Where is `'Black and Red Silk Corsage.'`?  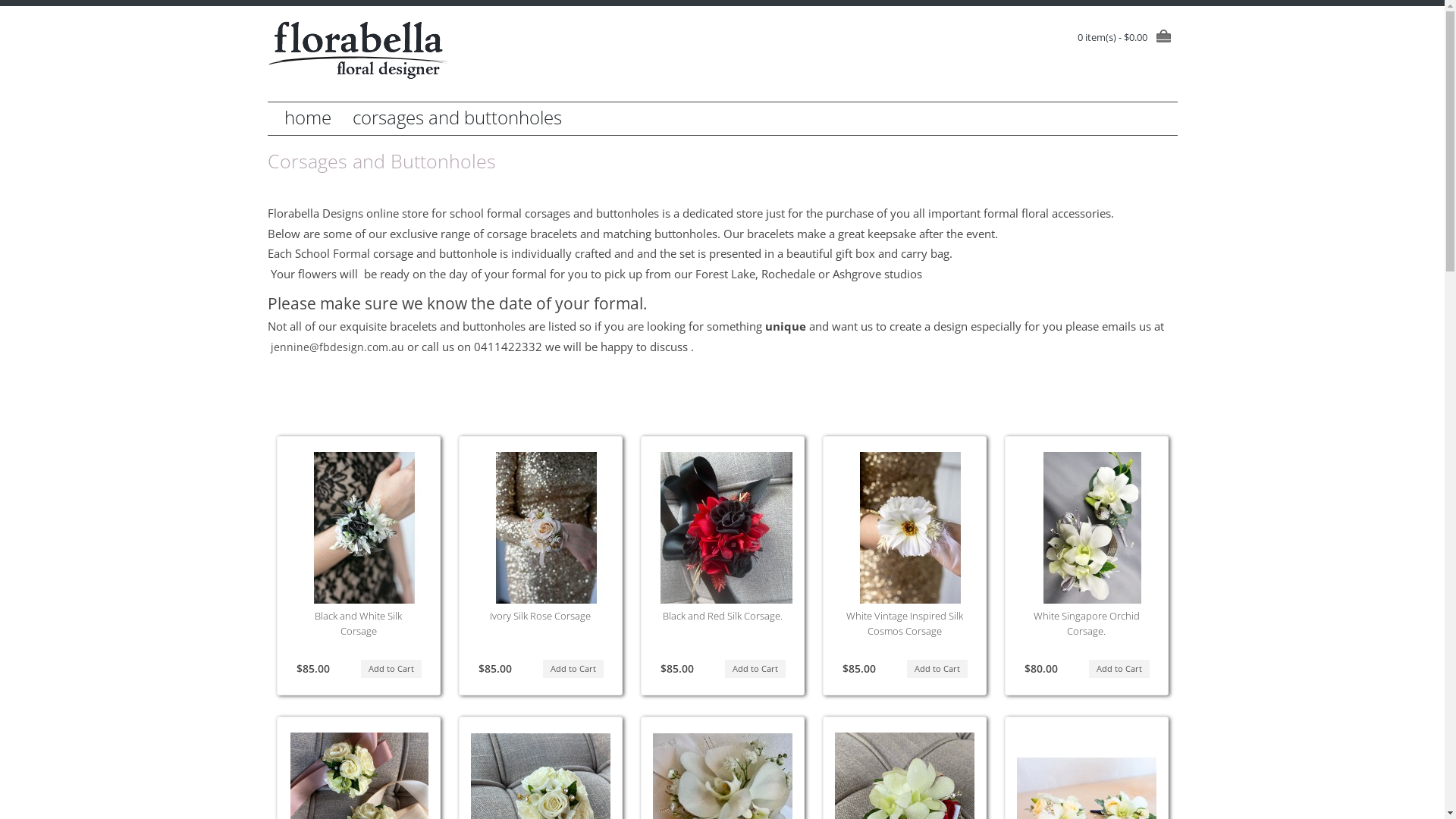
'Black and Red Silk Corsage.' is located at coordinates (722, 616).